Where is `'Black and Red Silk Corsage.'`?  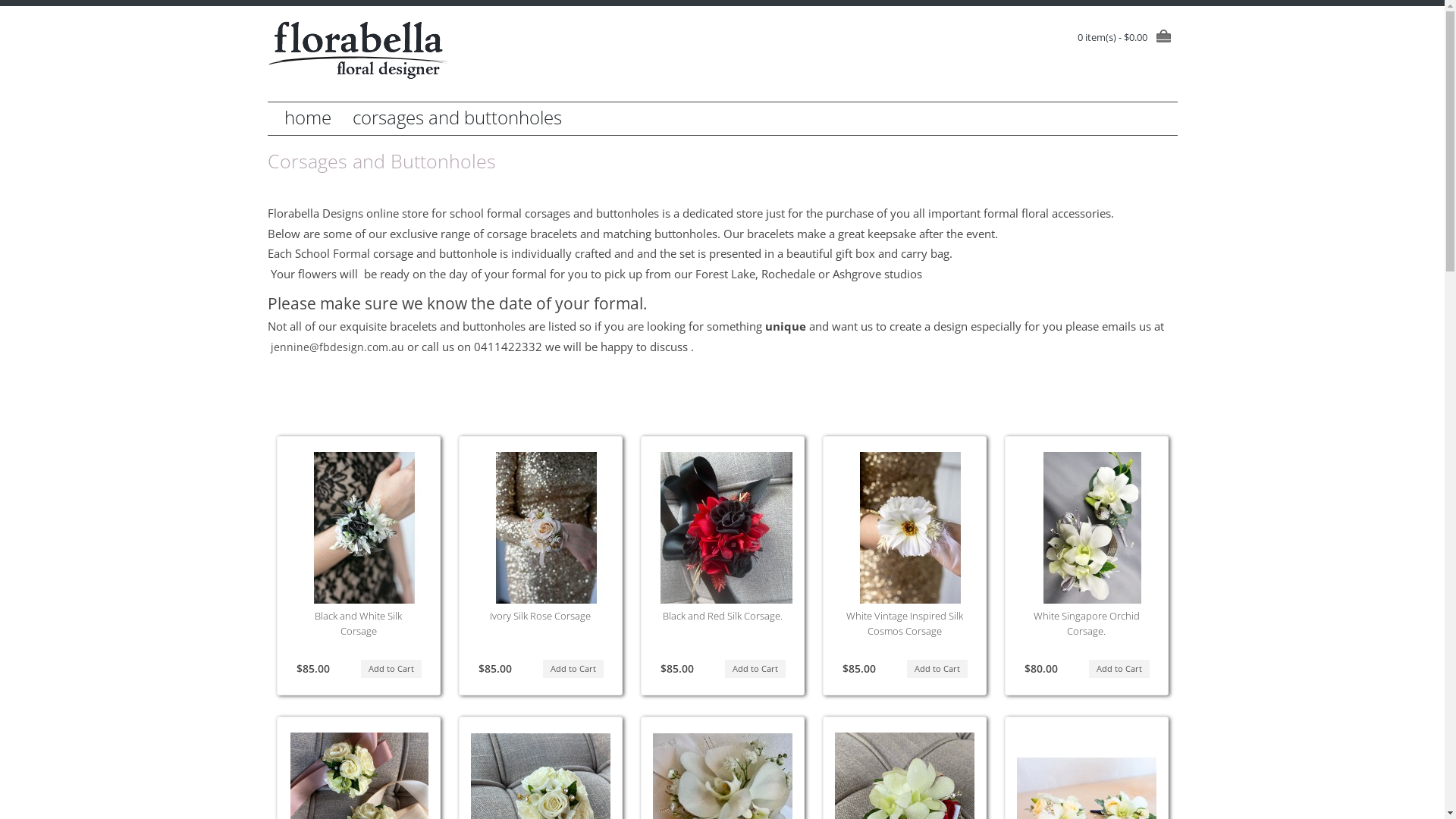
'Black and Red Silk Corsage.' is located at coordinates (722, 616).